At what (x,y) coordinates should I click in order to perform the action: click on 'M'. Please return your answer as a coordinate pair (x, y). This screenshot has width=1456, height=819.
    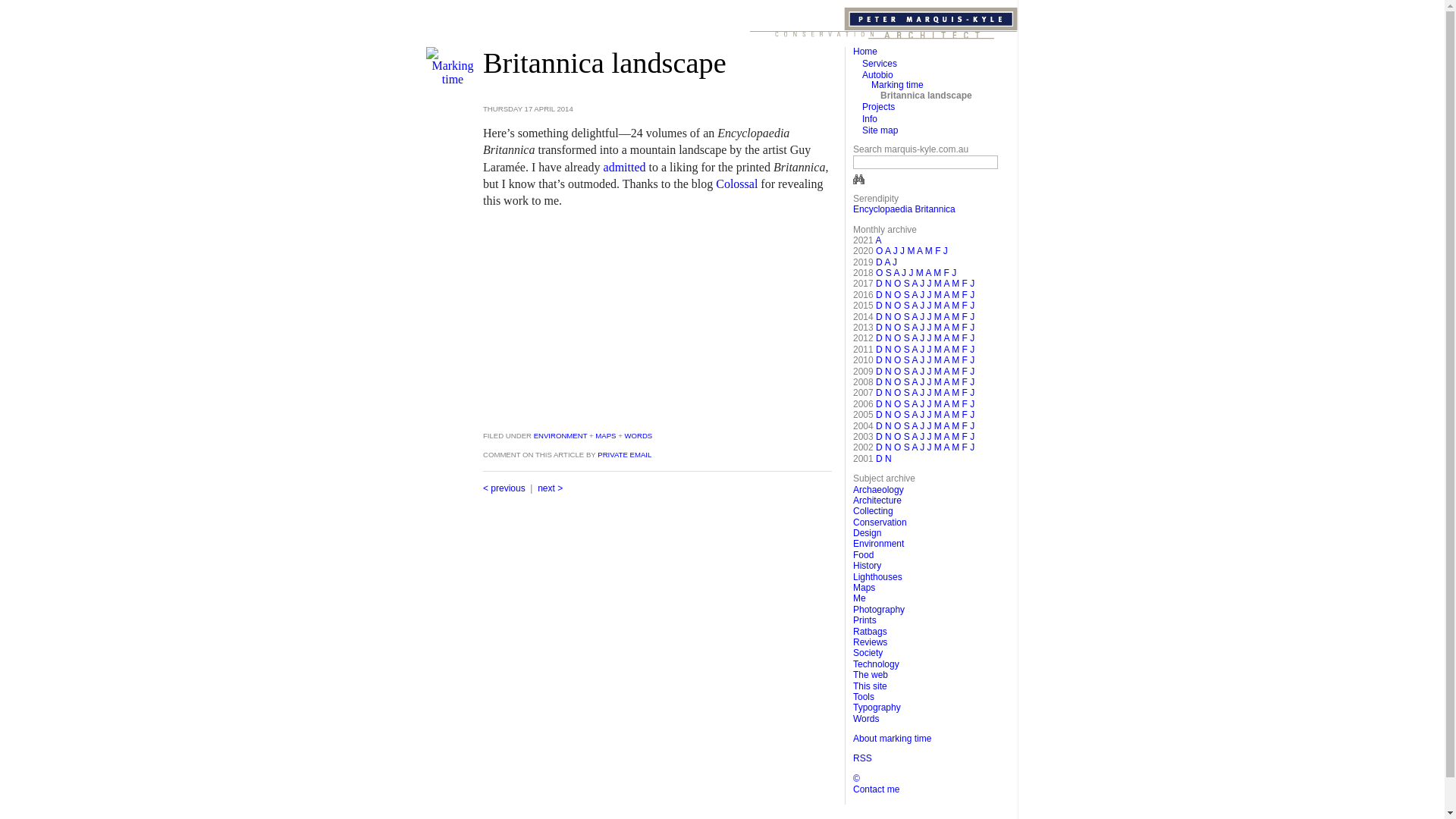
    Looking at the image, I should click on (934, 327).